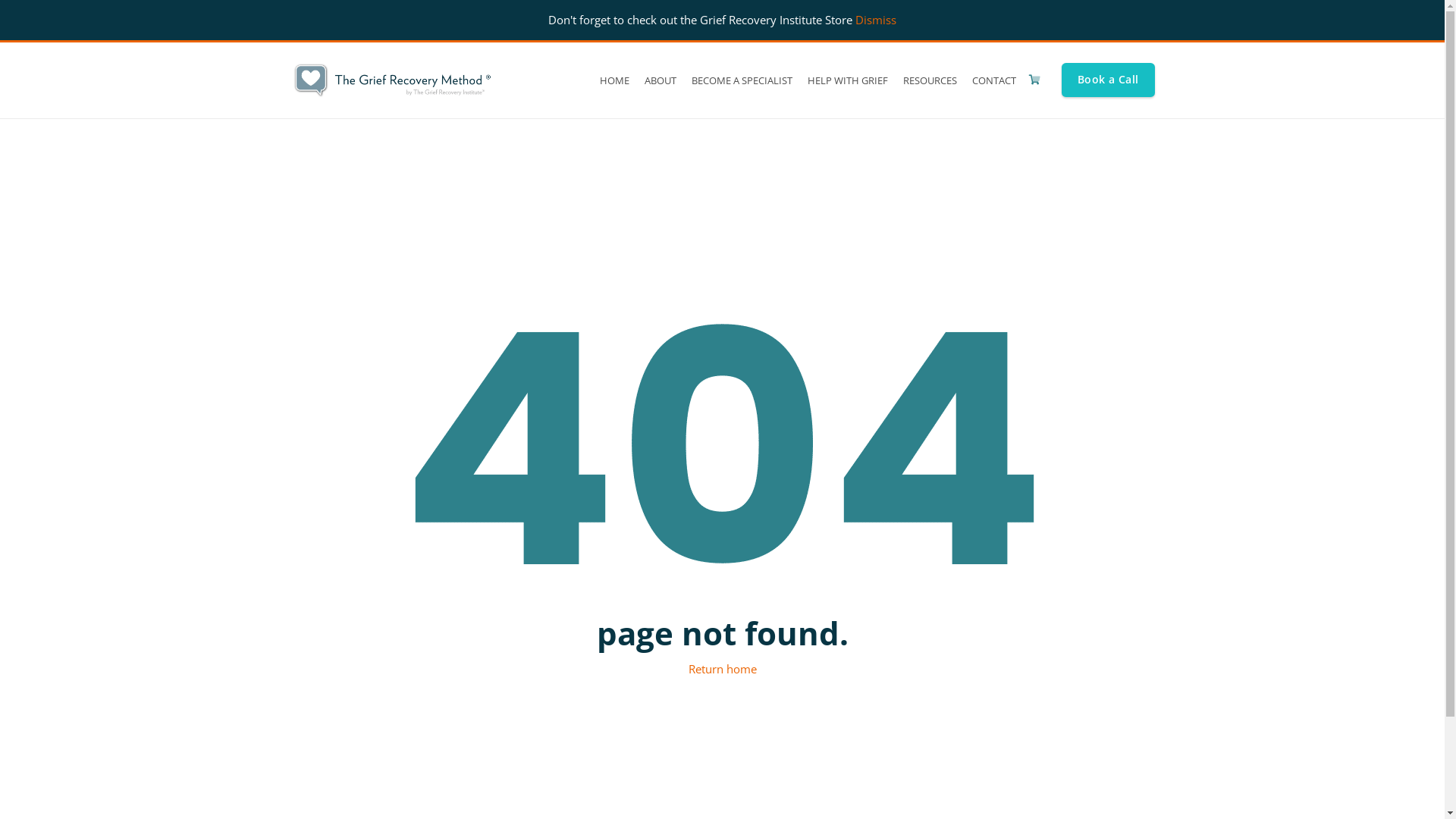  Describe the element at coordinates (742, 80) in the screenshot. I see `'BECOME A SPECIALIST'` at that location.